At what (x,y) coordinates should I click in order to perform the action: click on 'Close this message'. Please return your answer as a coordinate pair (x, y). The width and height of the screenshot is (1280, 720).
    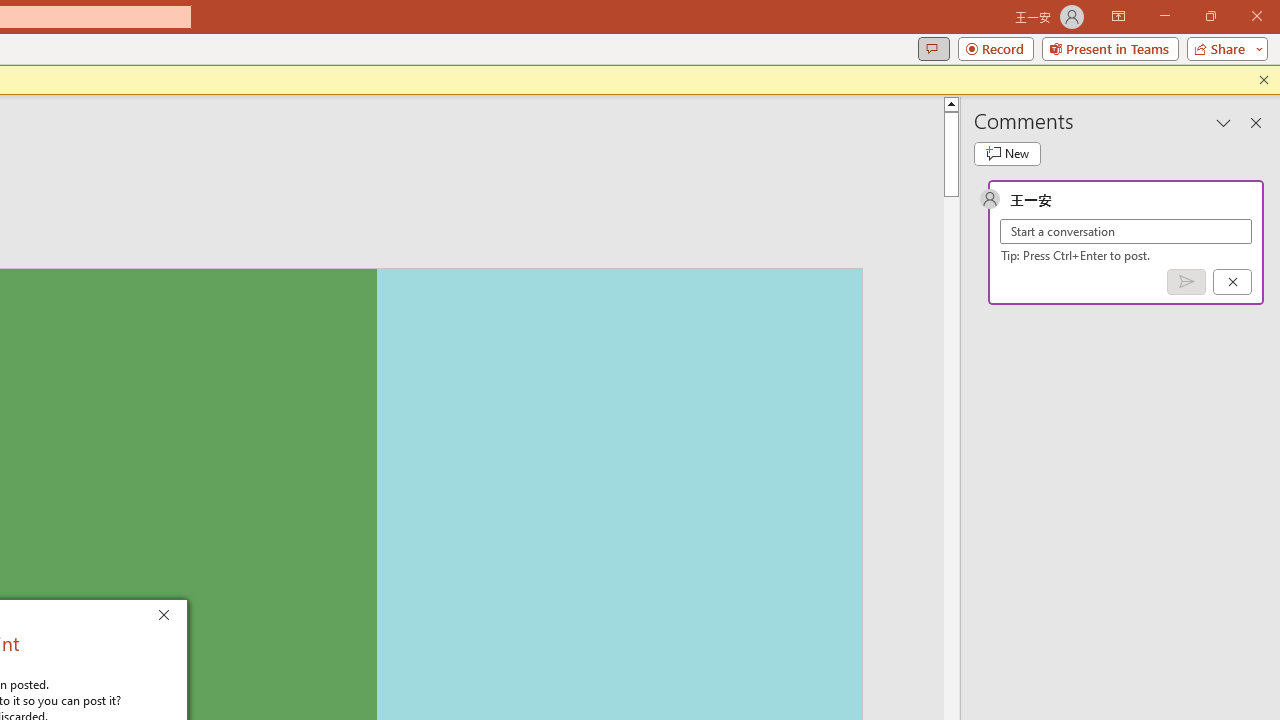
    Looking at the image, I should click on (1263, 79).